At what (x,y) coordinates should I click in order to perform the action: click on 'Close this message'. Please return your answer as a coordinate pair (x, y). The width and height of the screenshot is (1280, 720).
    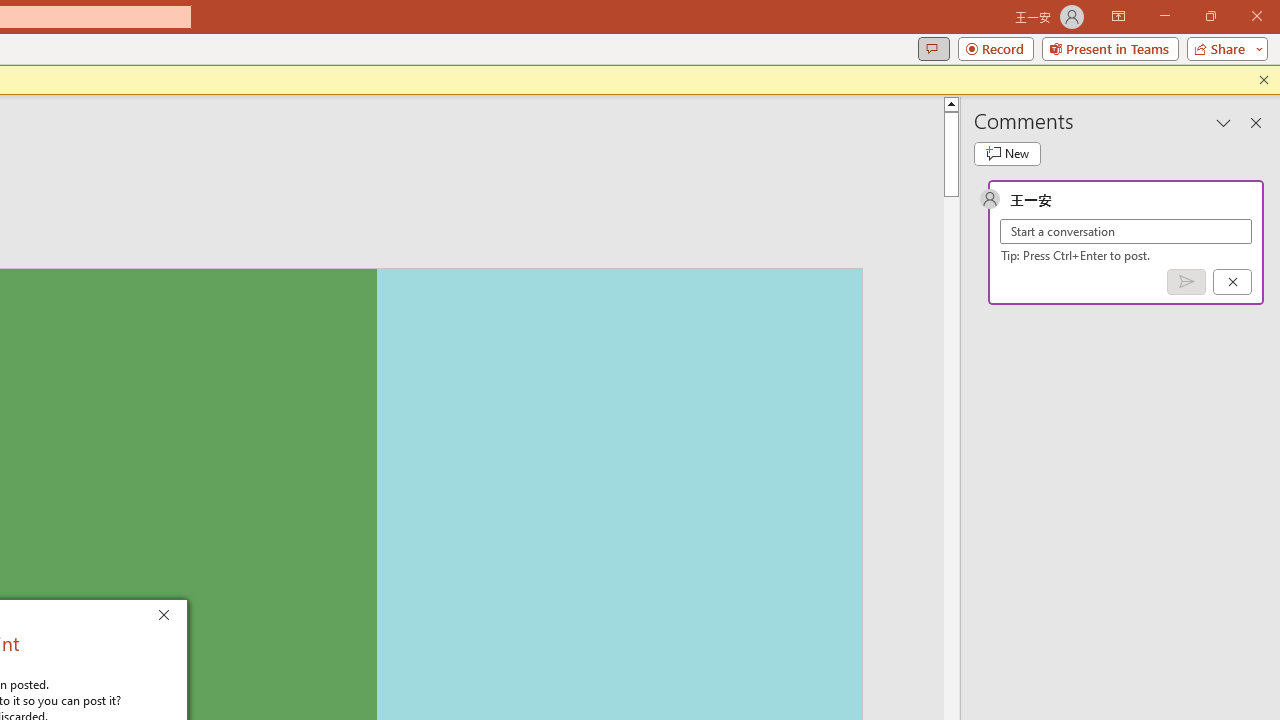
    Looking at the image, I should click on (1263, 79).